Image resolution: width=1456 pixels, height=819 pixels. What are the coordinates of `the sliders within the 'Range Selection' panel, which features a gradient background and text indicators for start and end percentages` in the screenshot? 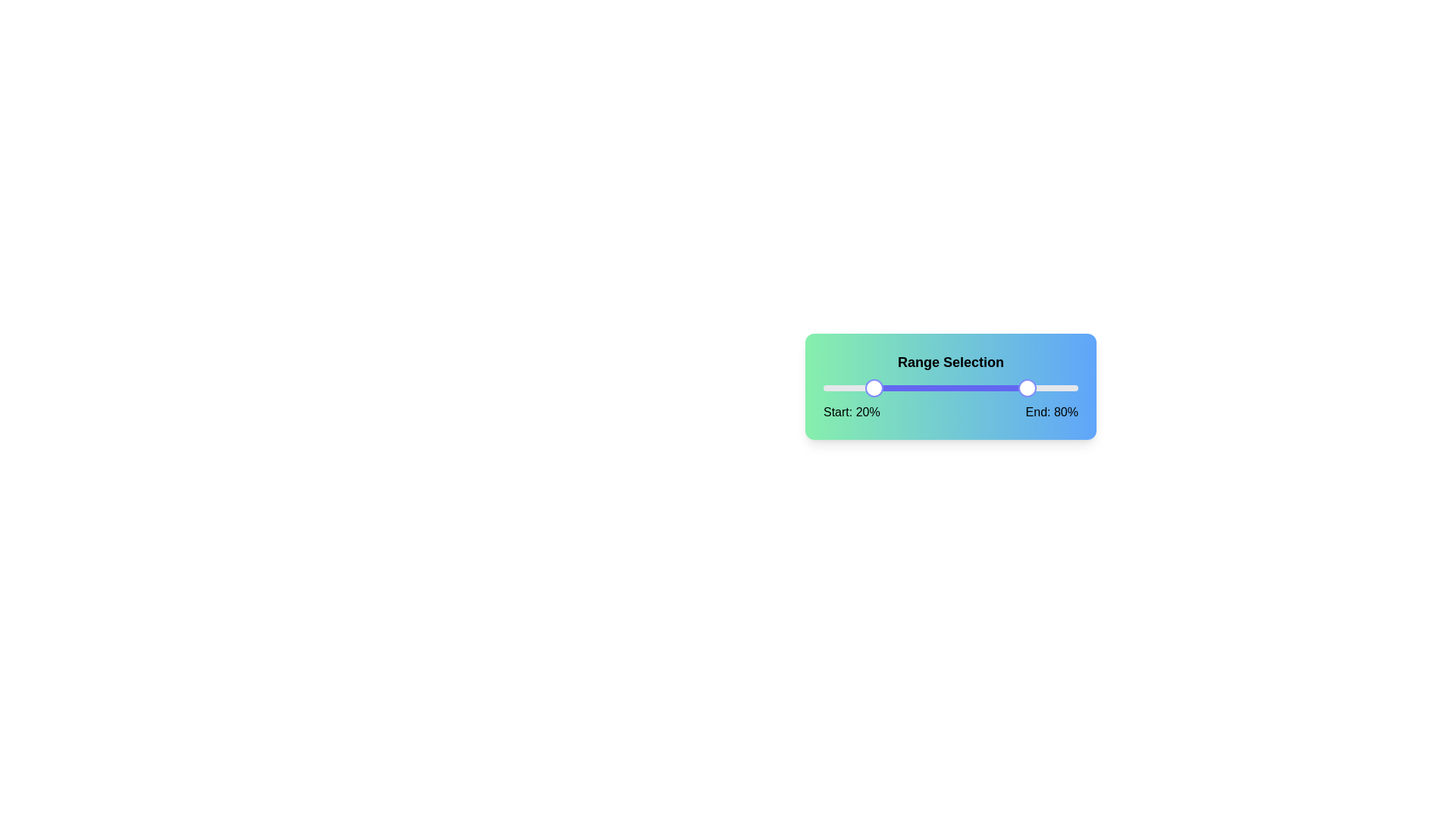 It's located at (949, 385).